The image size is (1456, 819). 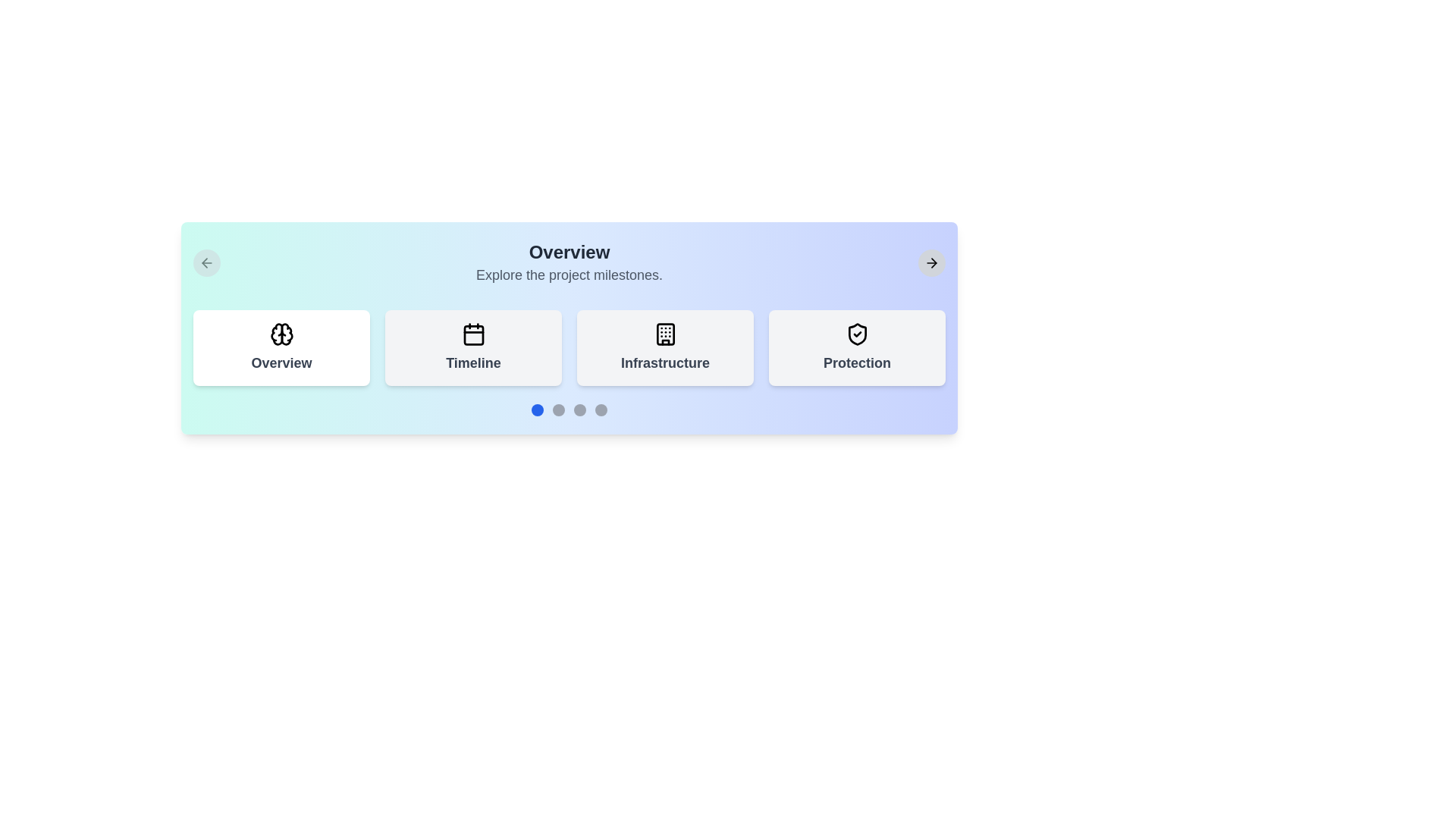 What do you see at coordinates (665, 362) in the screenshot?
I see `the 'Infrastructure' text label, which is displayed in bold, large font and centered in a card-like UI with rounded corners` at bounding box center [665, 362].